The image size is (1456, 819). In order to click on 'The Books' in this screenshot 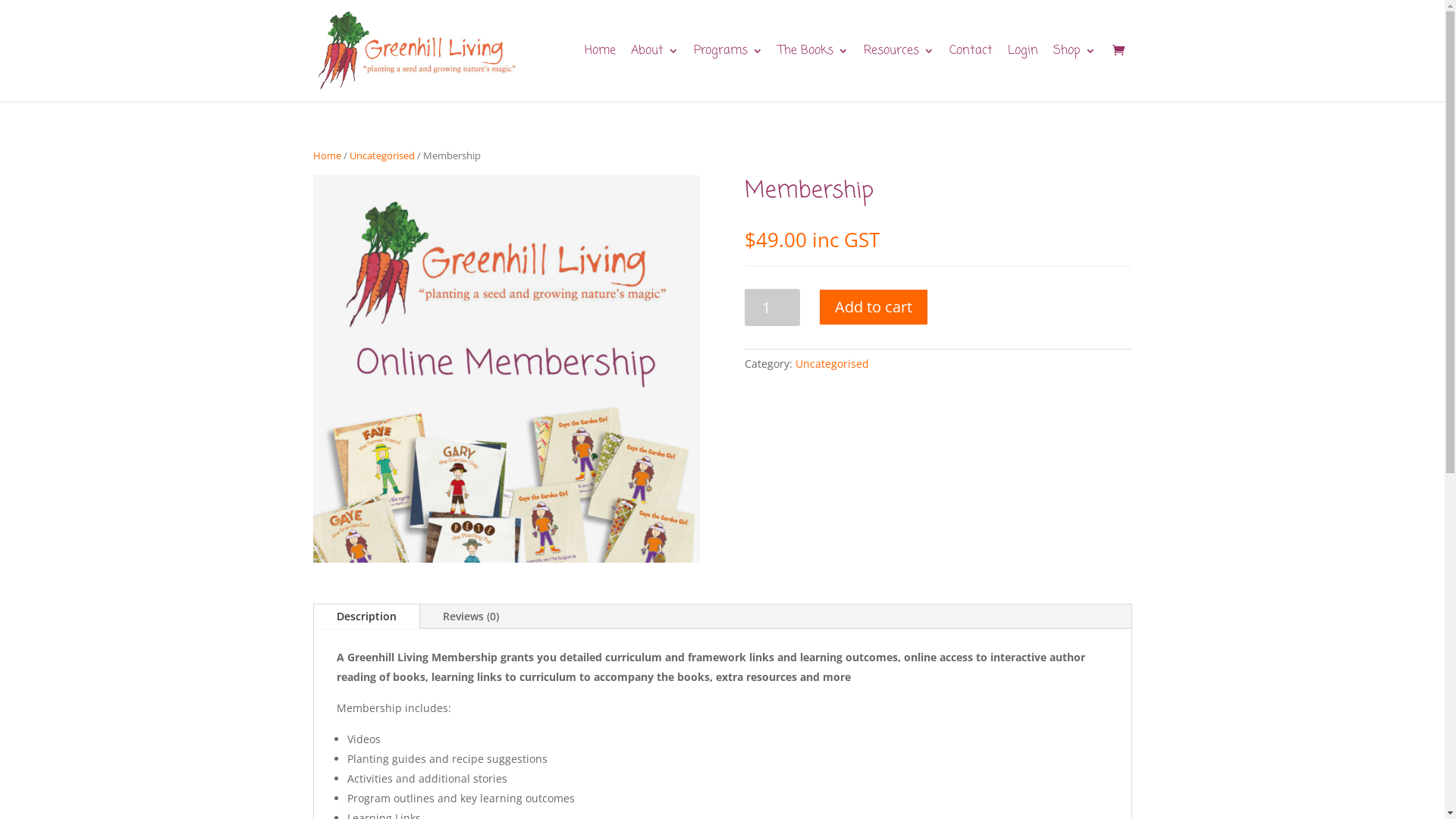, I will do `click(778, 73)`.